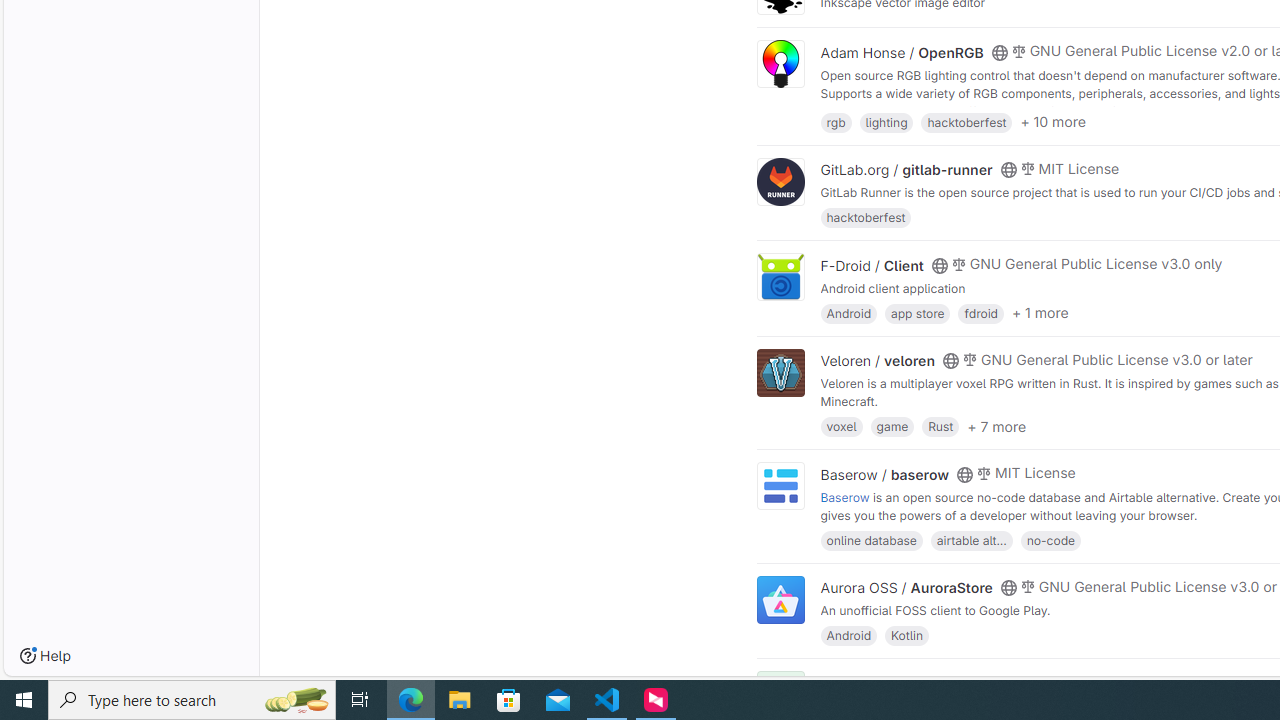  Describe the element at coordinates (996, 424) in the screenshot. I see `'+ 7 more'` at that location.